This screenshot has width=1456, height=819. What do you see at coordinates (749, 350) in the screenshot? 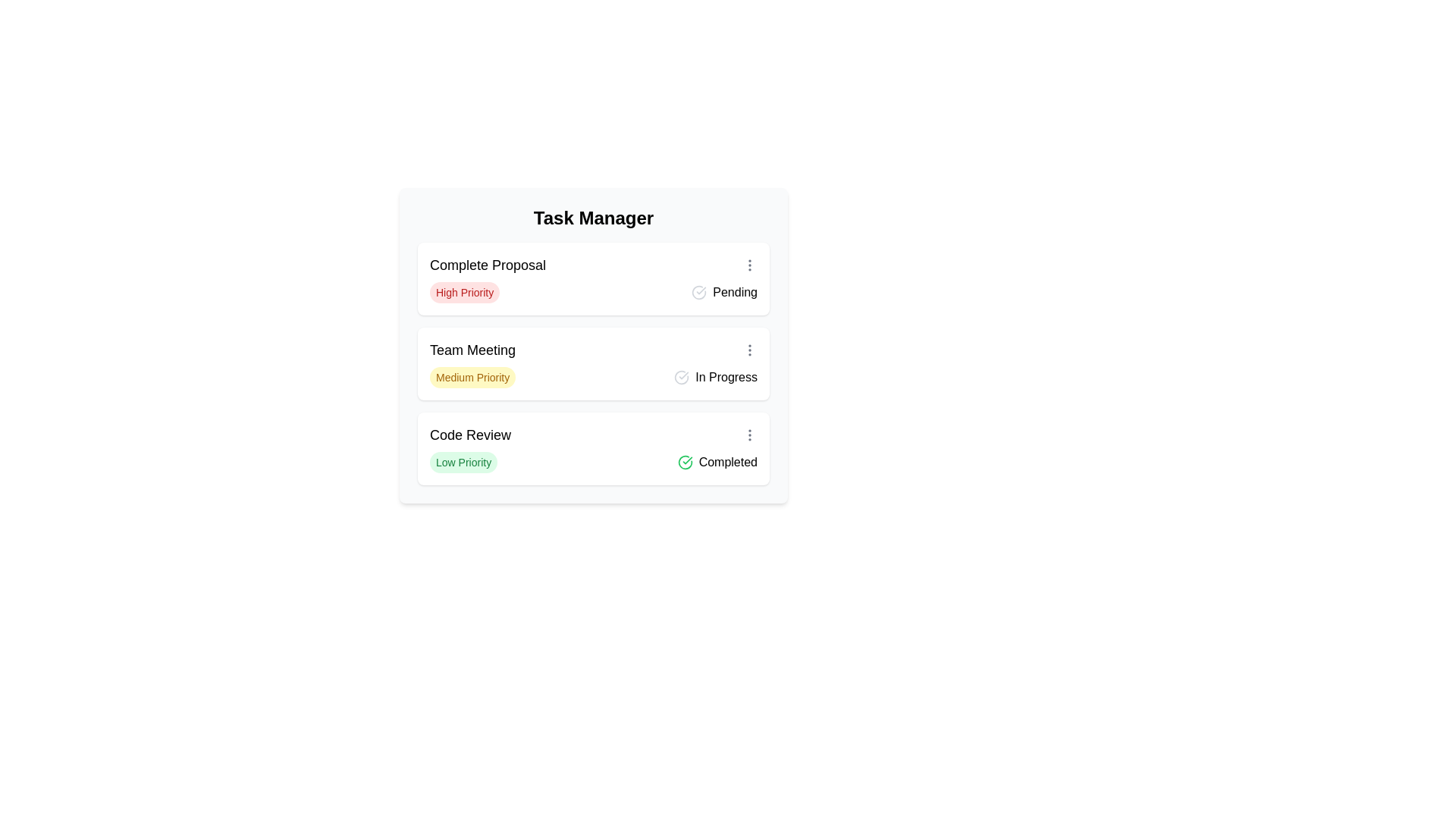
I see `the ellipsis icon button in the 'Team Meeting' section of the 'Task Manager' interface` at bounding box center [749, 350].